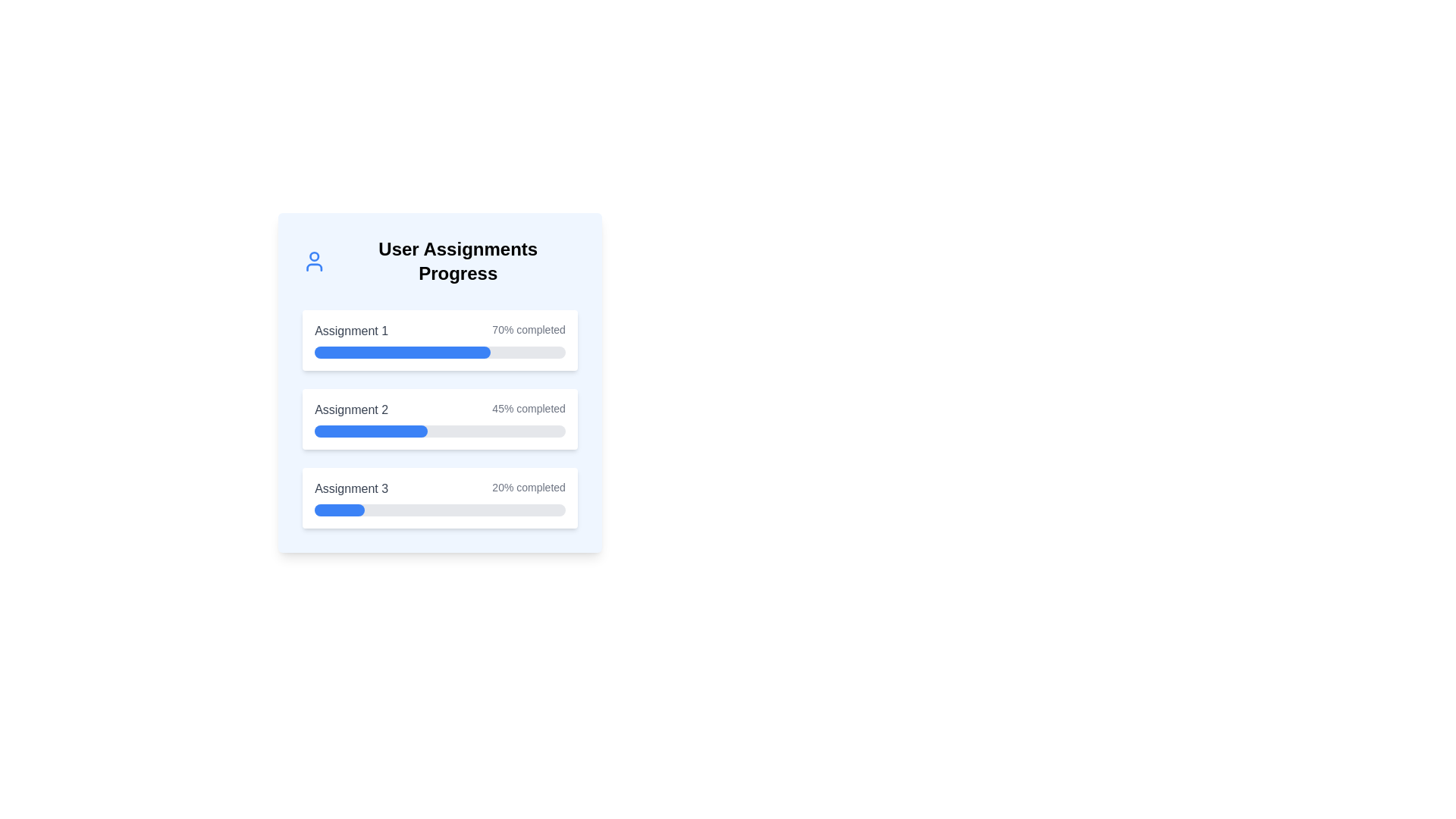 Image resolution: width=1456 pixels, height=819 pixels. I want to click on the filled portion of the blue progress bar indicator within the third progress bar of the 'User Assignments Progress' section, positioned beneath 'Assignment 3', so click(339, 510).